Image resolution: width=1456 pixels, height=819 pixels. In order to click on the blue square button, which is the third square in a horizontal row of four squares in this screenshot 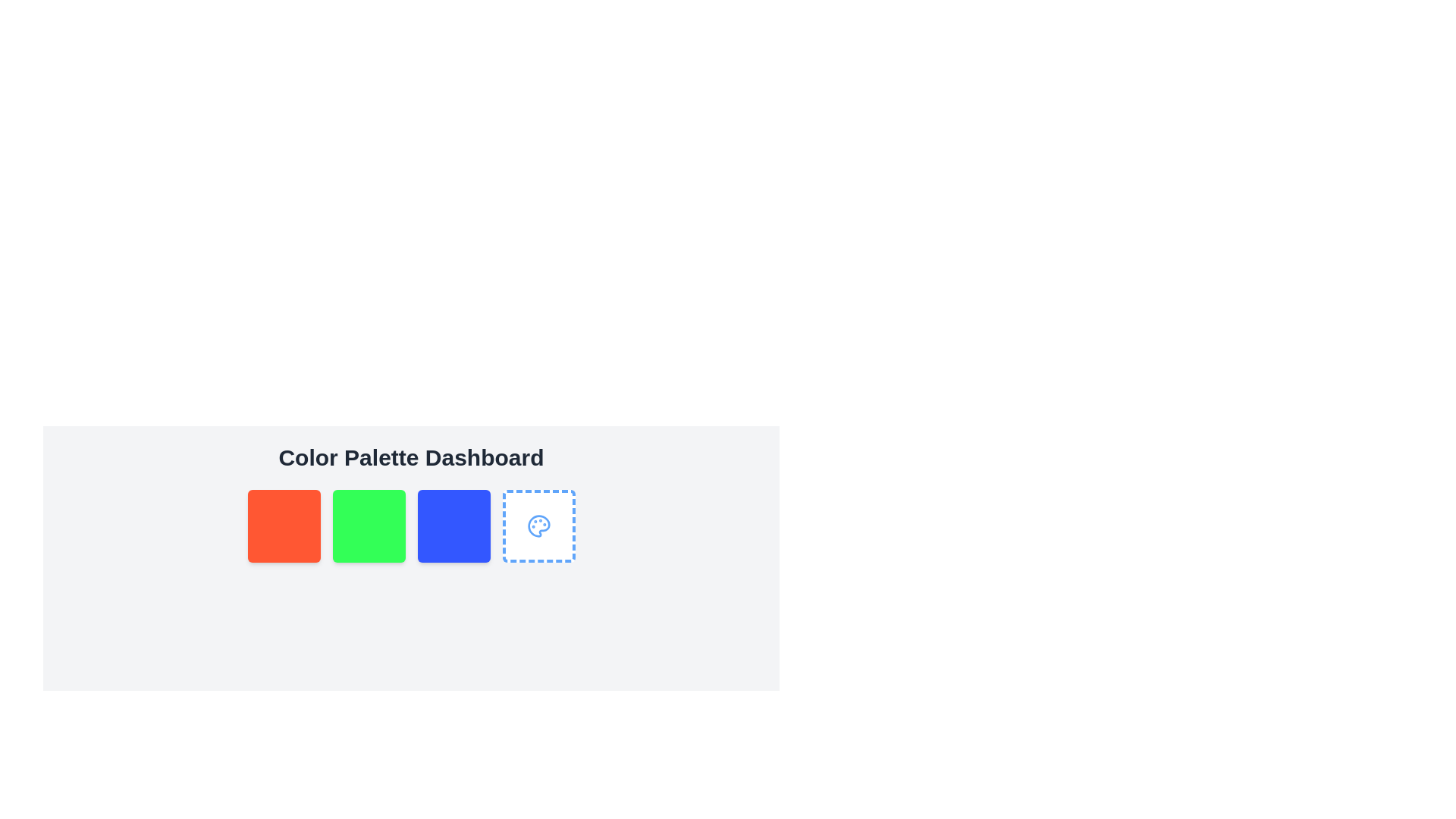, I will do `click(453, 526)`.